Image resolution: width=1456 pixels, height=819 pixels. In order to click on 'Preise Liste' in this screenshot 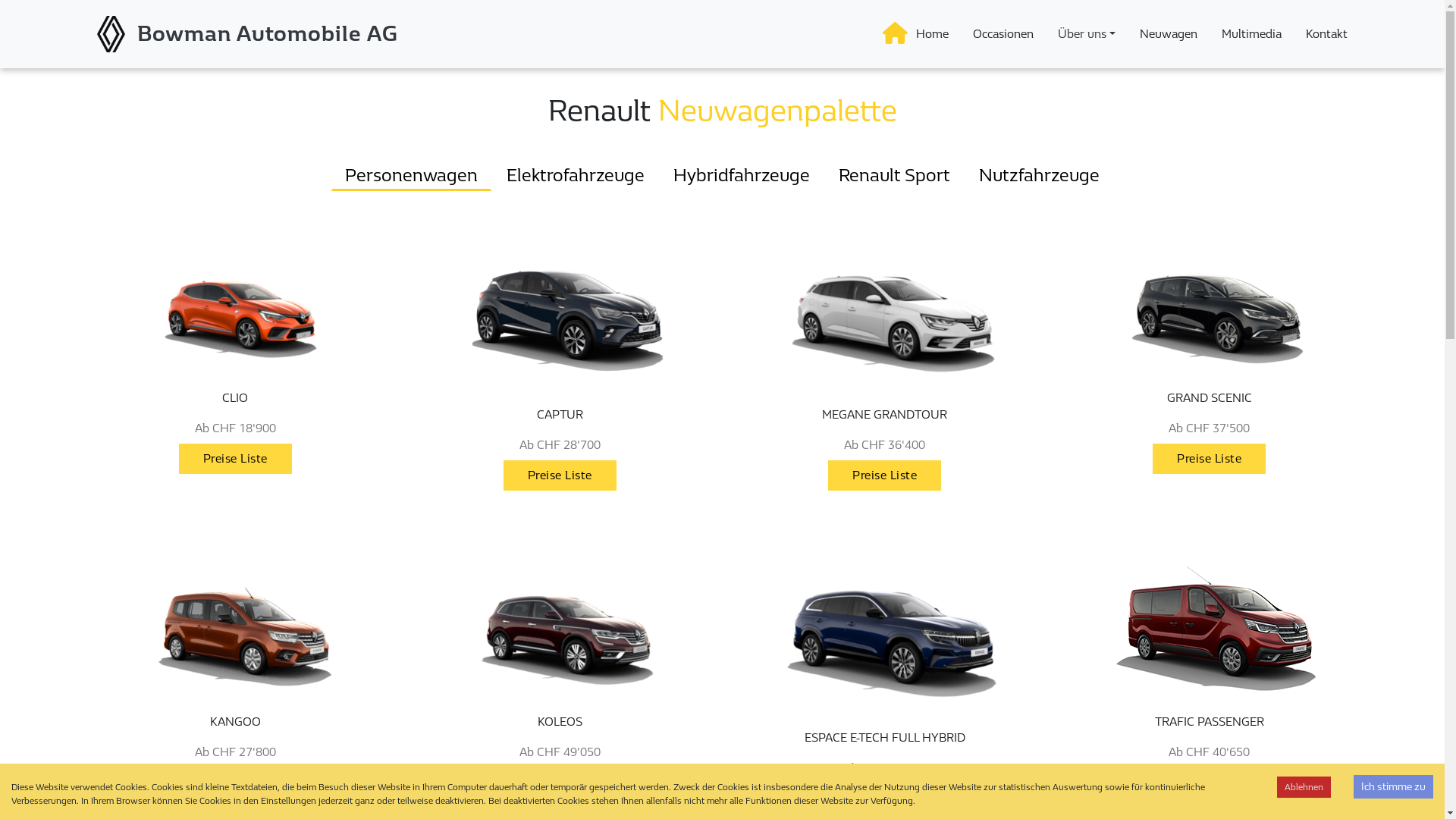, I will do `click(503, 783)`.